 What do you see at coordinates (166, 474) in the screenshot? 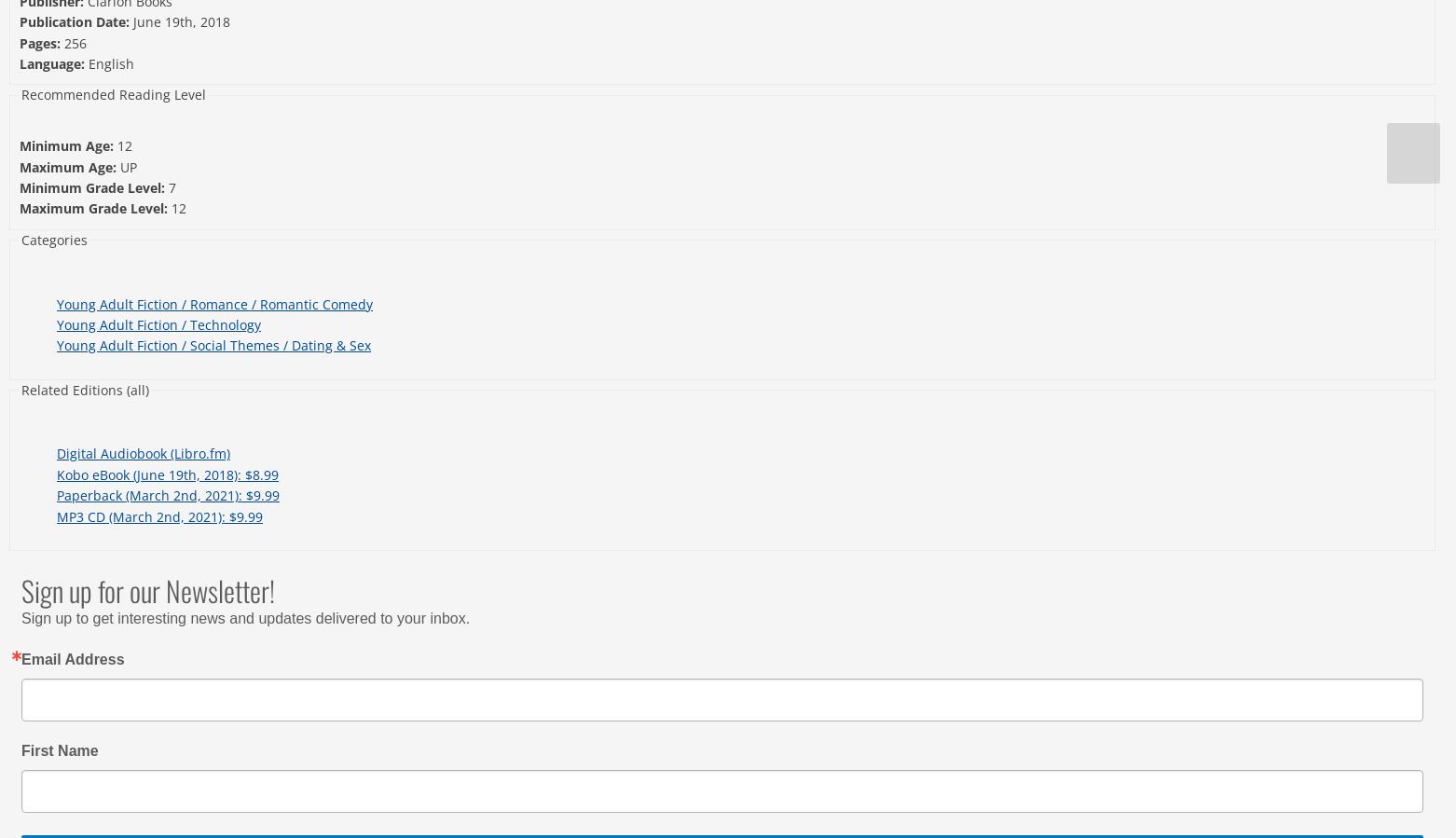
I see `'Kobo eBook  (June 19th, 2018): $8.99'` at bounding box center [166, 474].